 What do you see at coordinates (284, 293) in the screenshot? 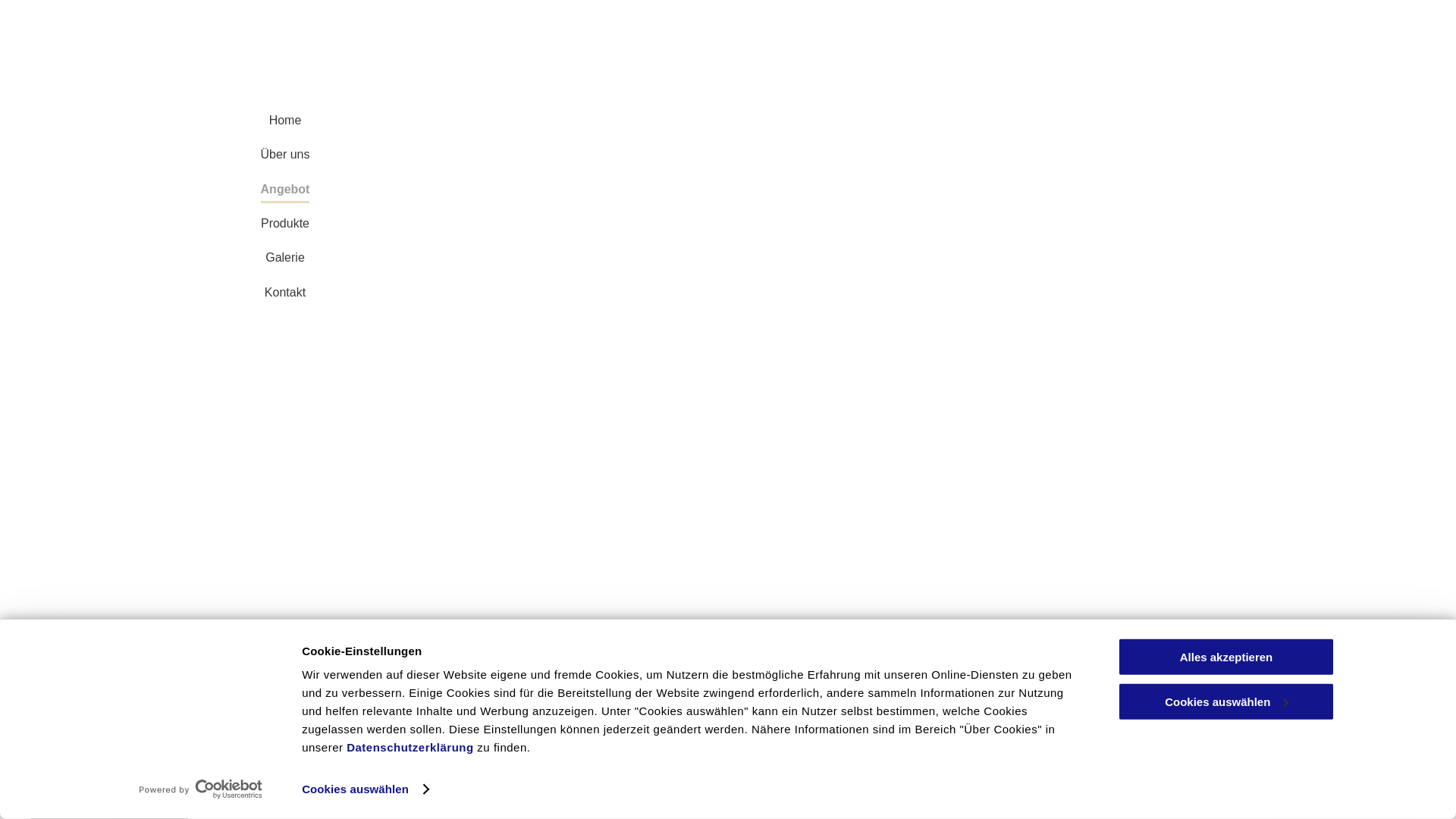
I see `'Kontakt'` at bounding box center [284, 293].